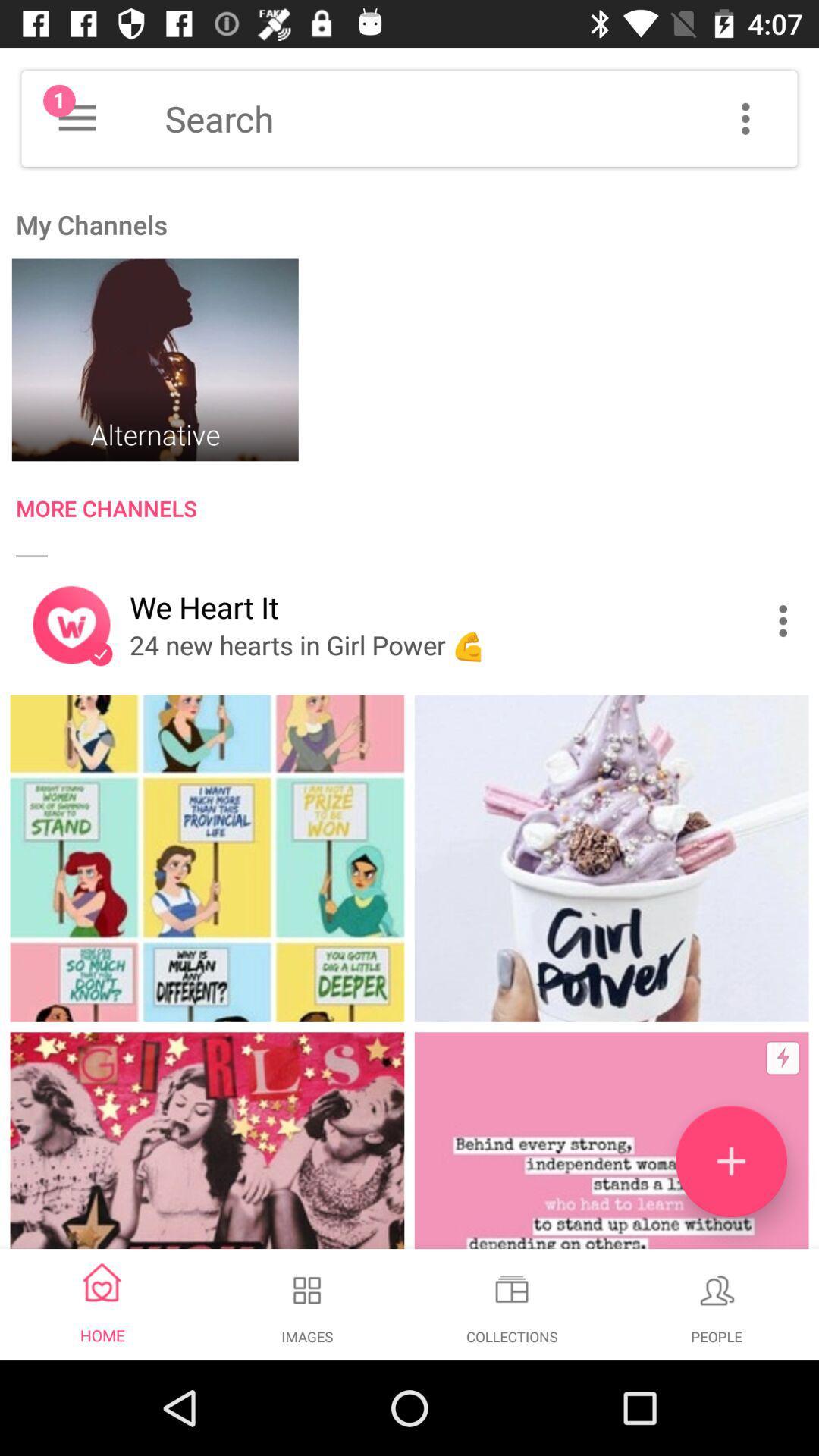 The width and height of the screenshot is (819, 1456). Describe the element at coordinates (730, 1160) in the screenshot. I see `new collection` at that location.